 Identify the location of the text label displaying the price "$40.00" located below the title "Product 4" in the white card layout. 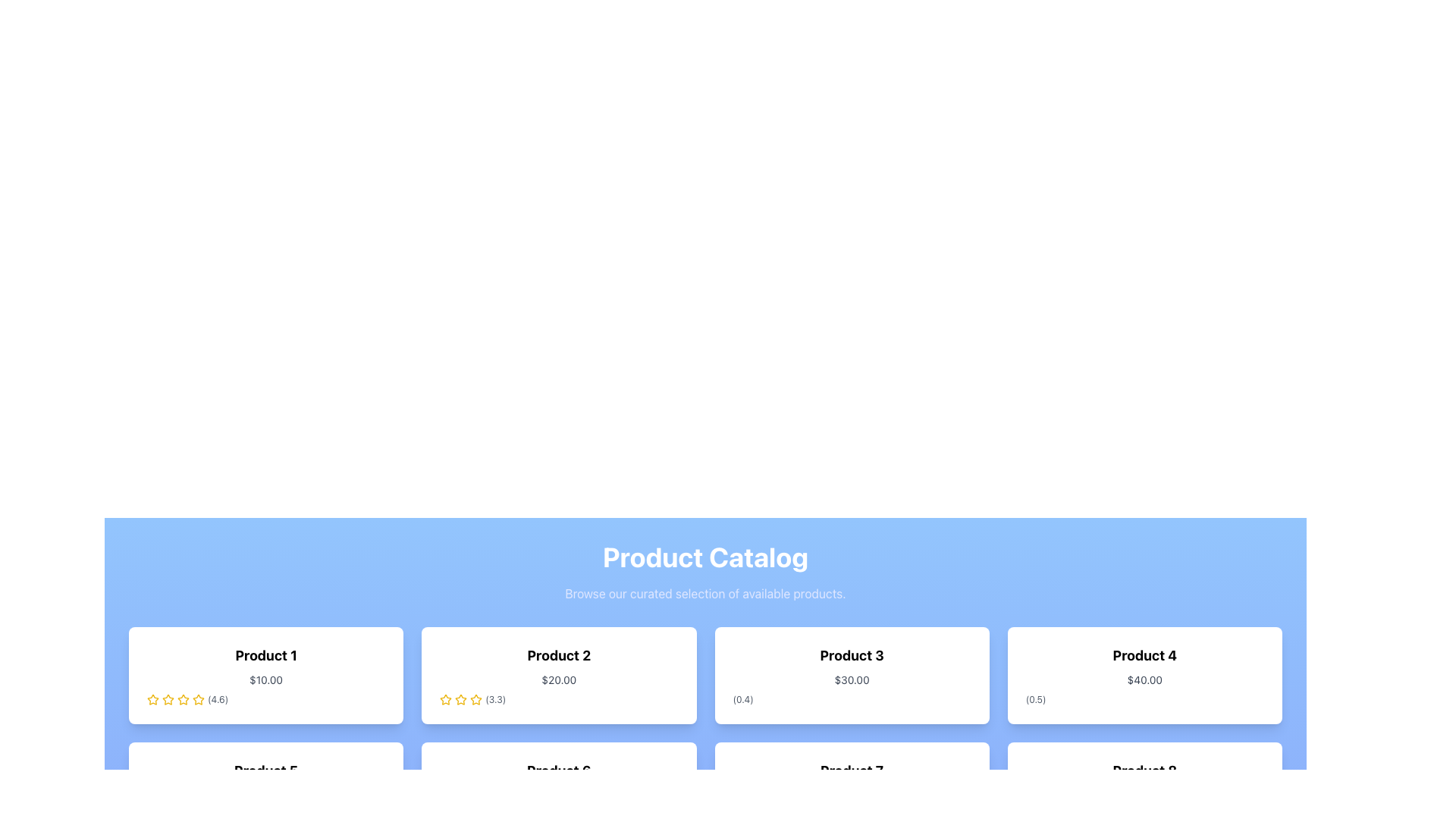
(1144, 679).